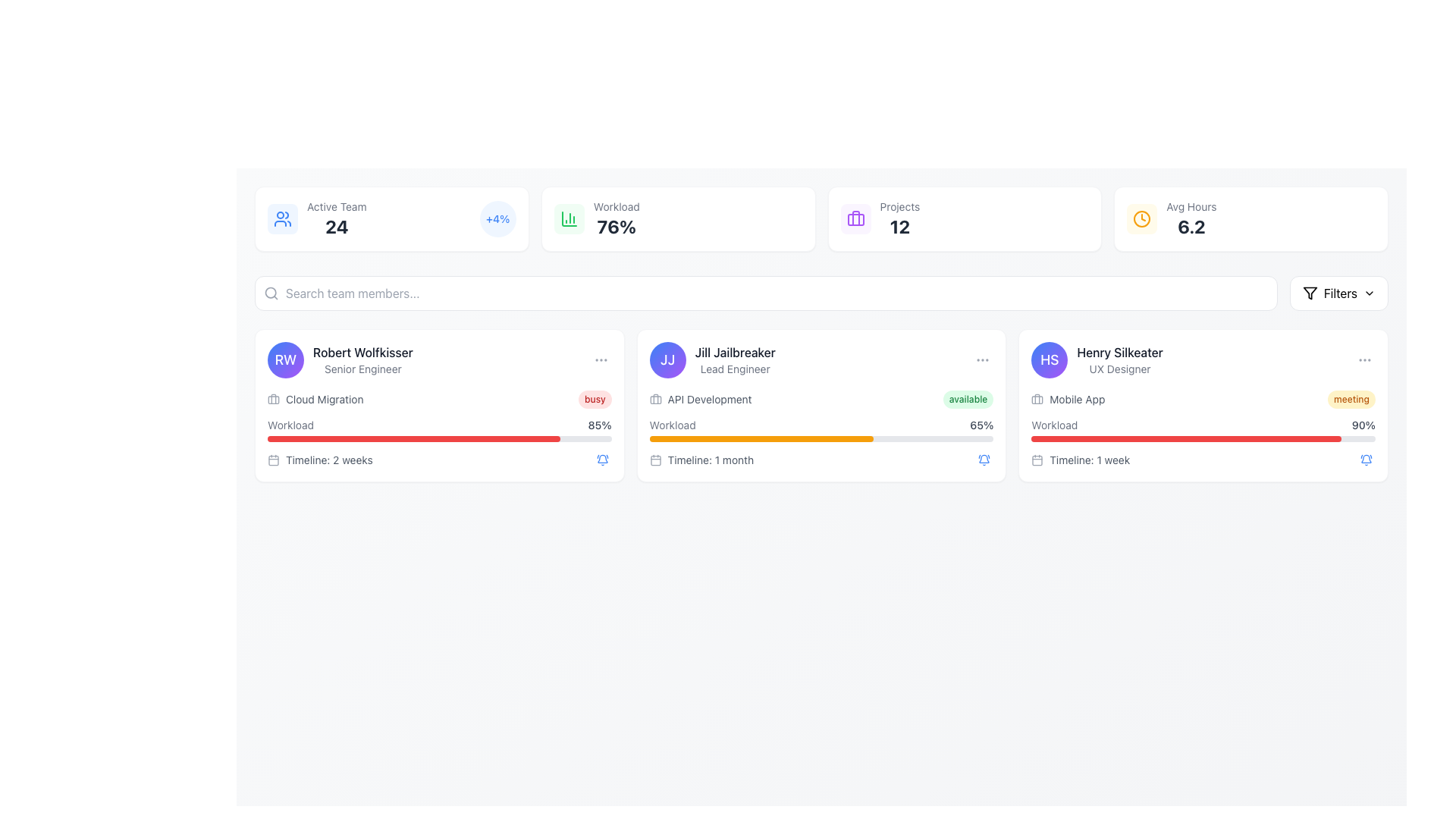  I want to click on information displayed in the composite text component showing 'Active Team' and the value '24', located in the top-left corner of the interface next to a blue user group icon, so click(336, 219).